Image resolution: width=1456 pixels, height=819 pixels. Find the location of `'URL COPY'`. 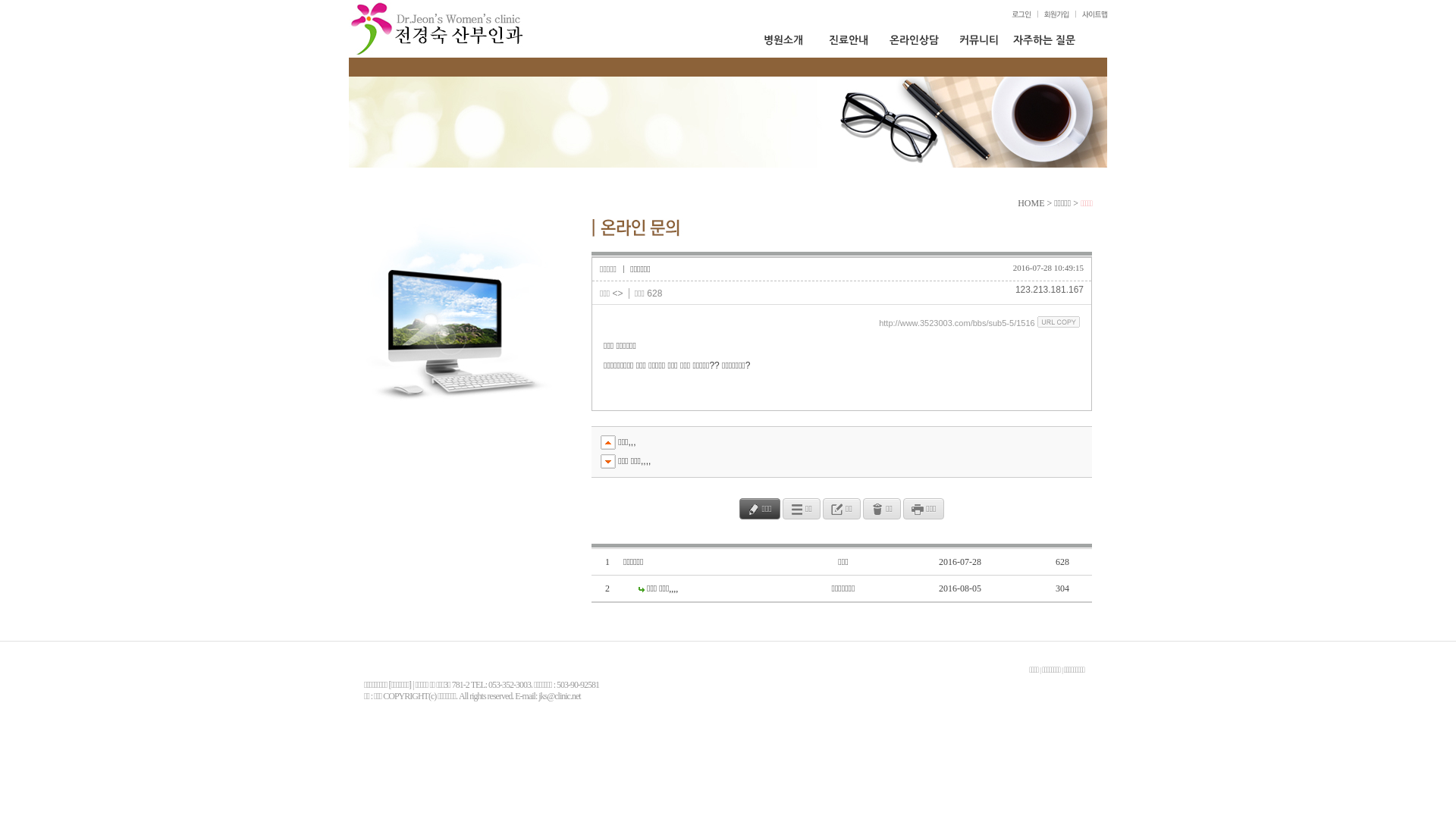

'URL COPY' is located at coordinates (1037, 321).